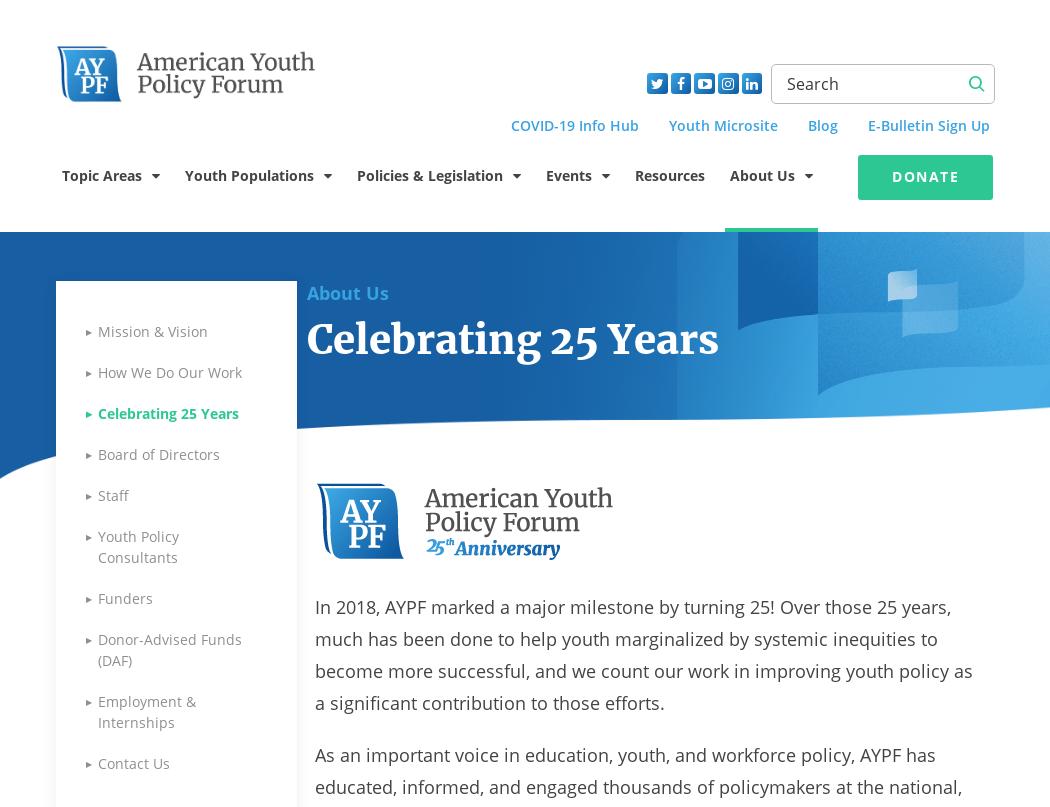 The width and height of the screenshot is (1050, 807). What do you see at coordinates (214, 386) in the screenshot?
I see `'First-Generation College Students'` at bounding box center [214, 386].